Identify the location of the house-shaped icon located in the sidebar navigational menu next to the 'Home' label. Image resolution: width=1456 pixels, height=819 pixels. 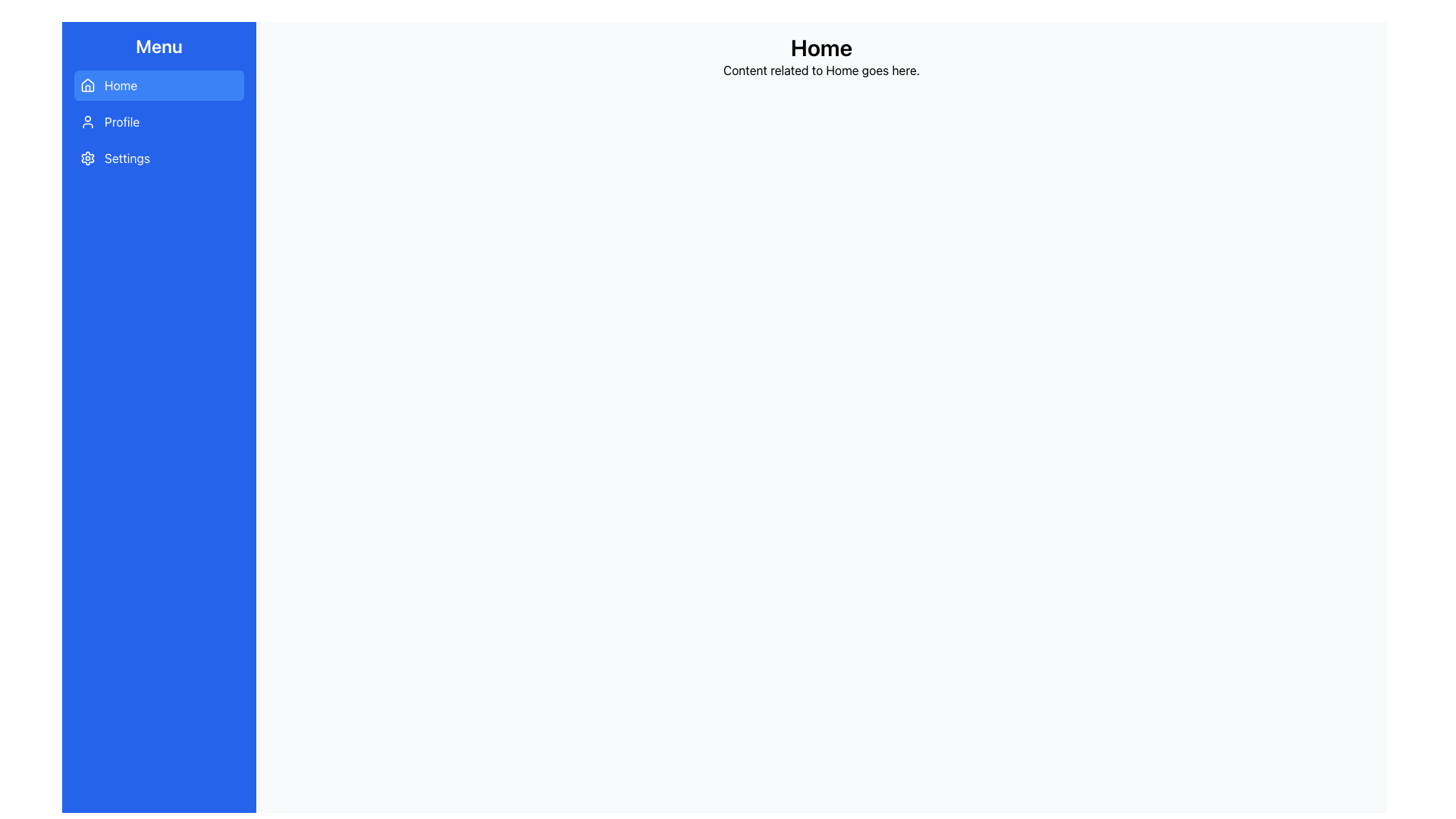
(86, 85).